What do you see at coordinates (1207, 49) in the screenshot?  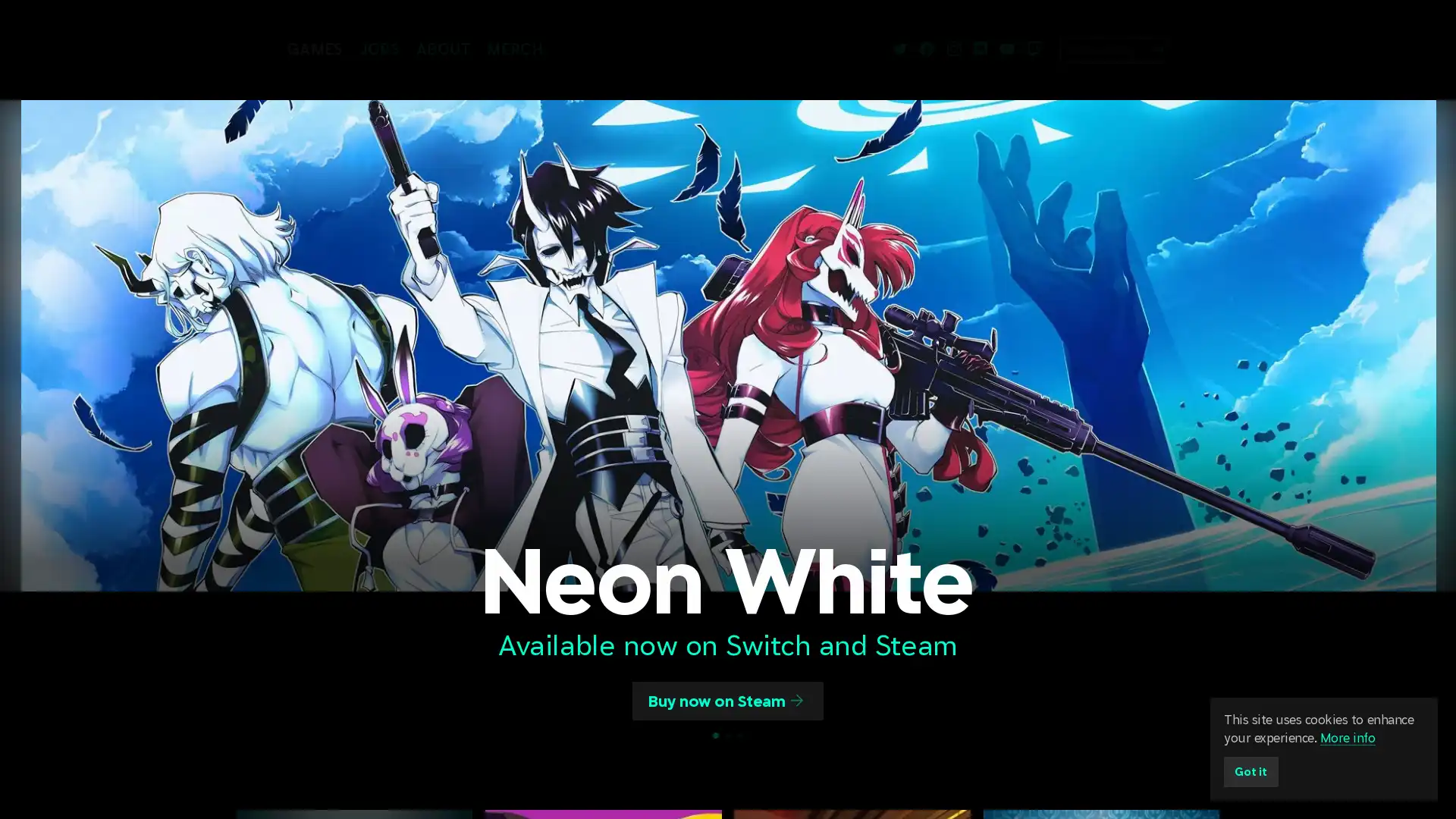 I see `->` at bounding box center [1207, 49].